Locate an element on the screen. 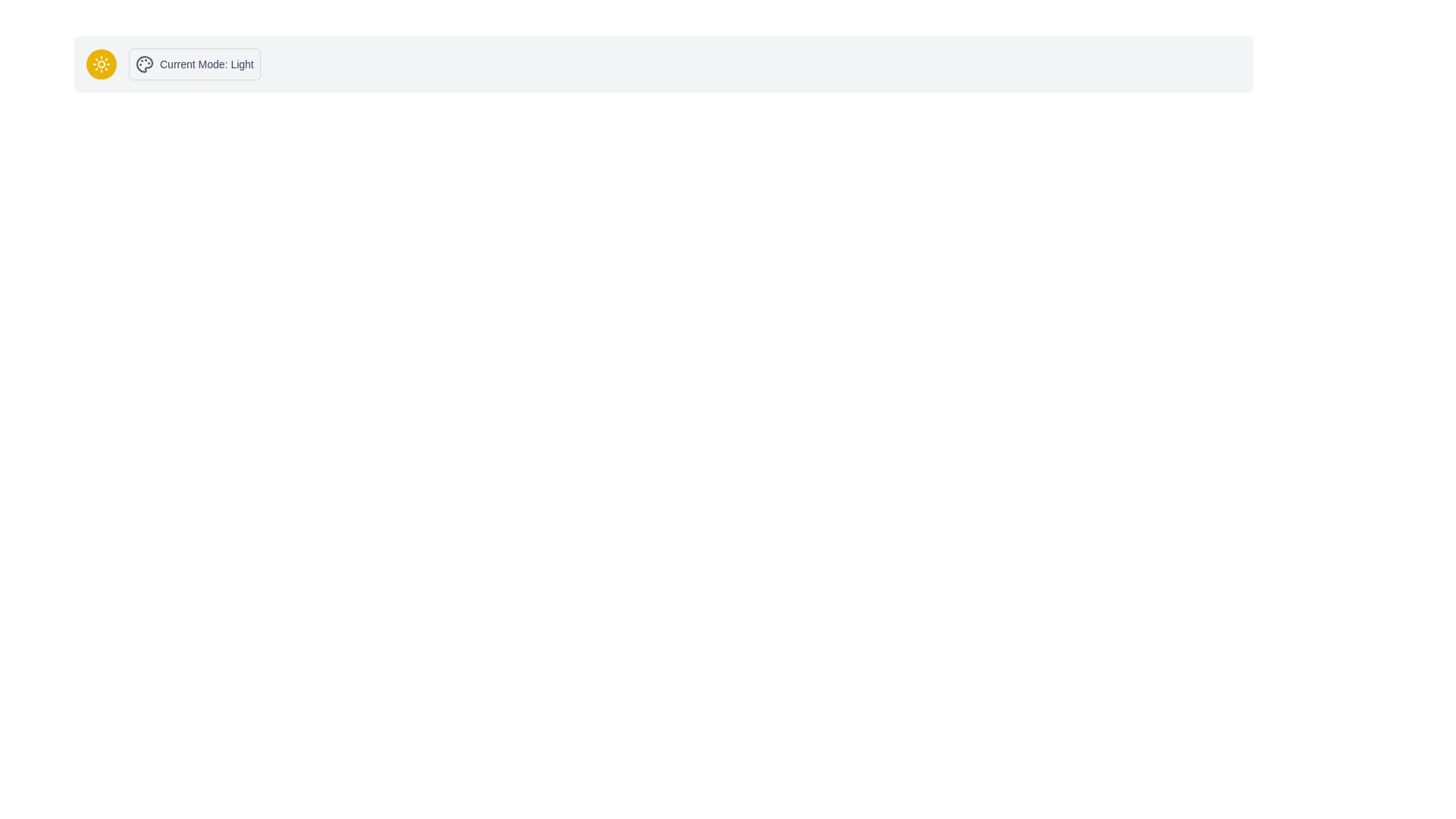 This screenshot has width=1456, height=819. the circular yellow button with a white sun icon located in the top left portion of the 'Current Mode: Light' bar is located at coordinates (101, 63).